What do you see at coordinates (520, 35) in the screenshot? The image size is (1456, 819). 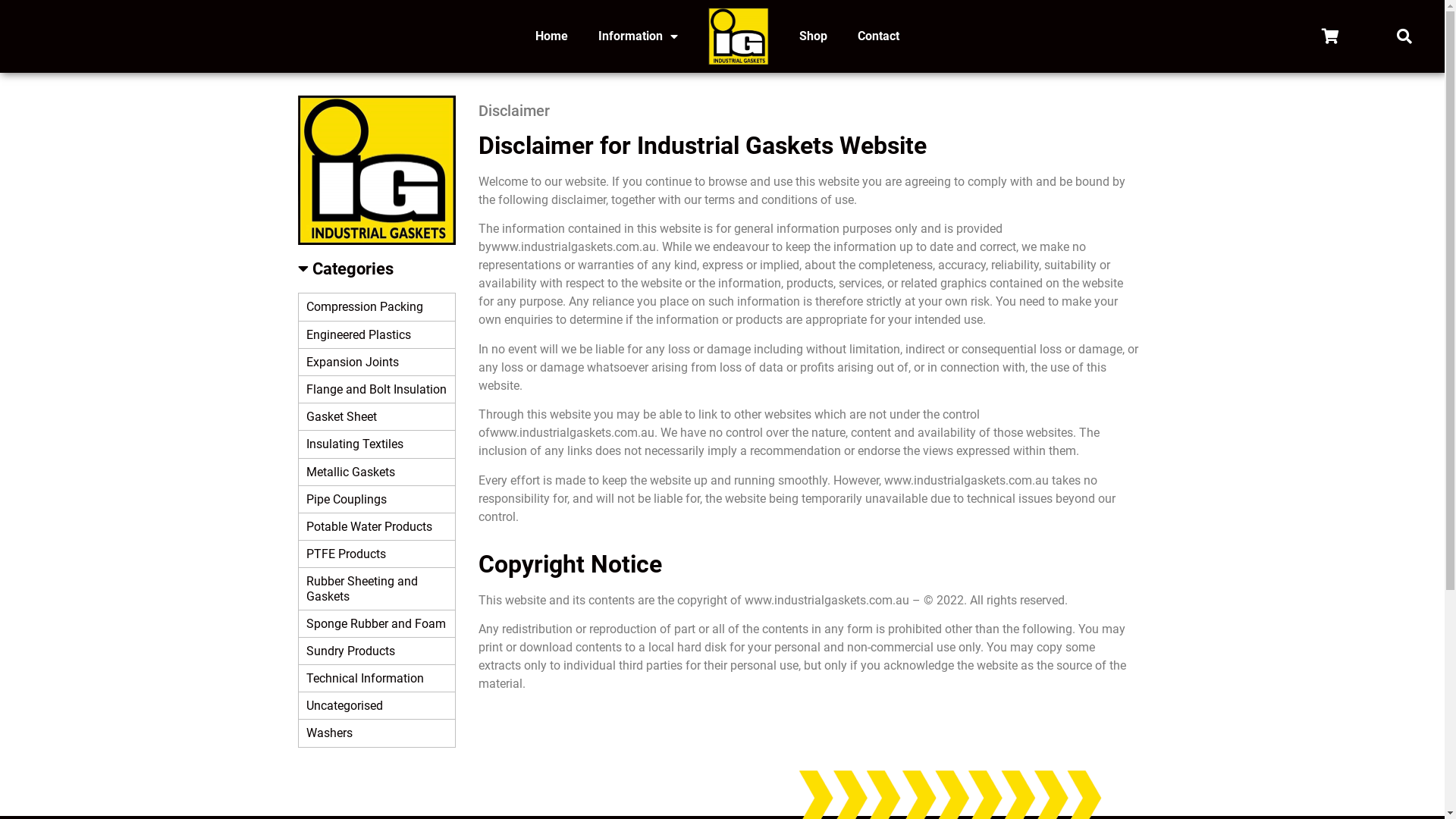 I see `'Home'` at bounding box center [520, 35].